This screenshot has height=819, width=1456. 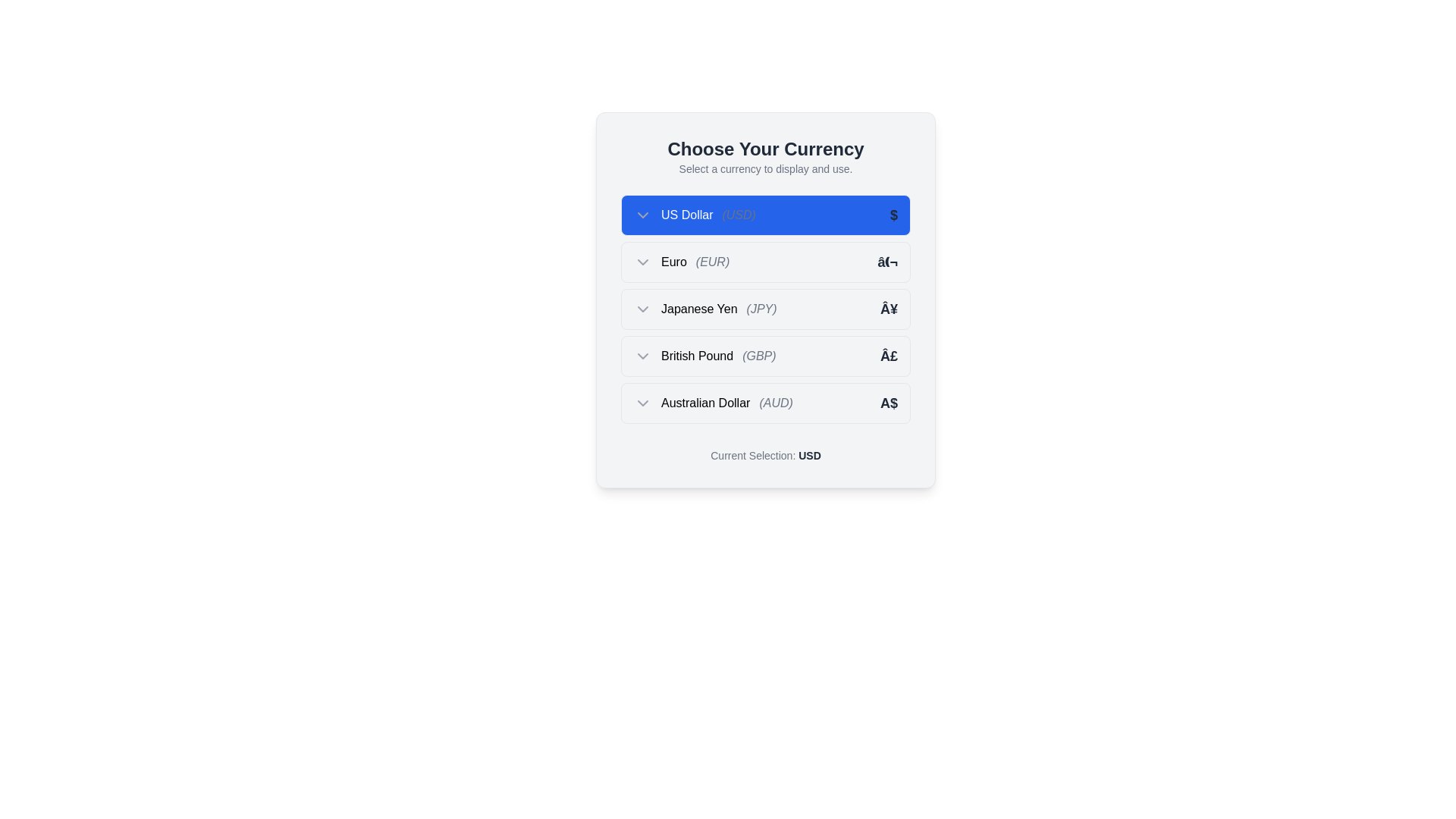 What do you see at coordinates (643, 309) in the screenshot?
I see `the Dropdown Chevron Icon located in the third row of the currency selection list, which is aligned to the left of the label 'Japanese Yen (JPY)'` at bounding box center [643, 309].